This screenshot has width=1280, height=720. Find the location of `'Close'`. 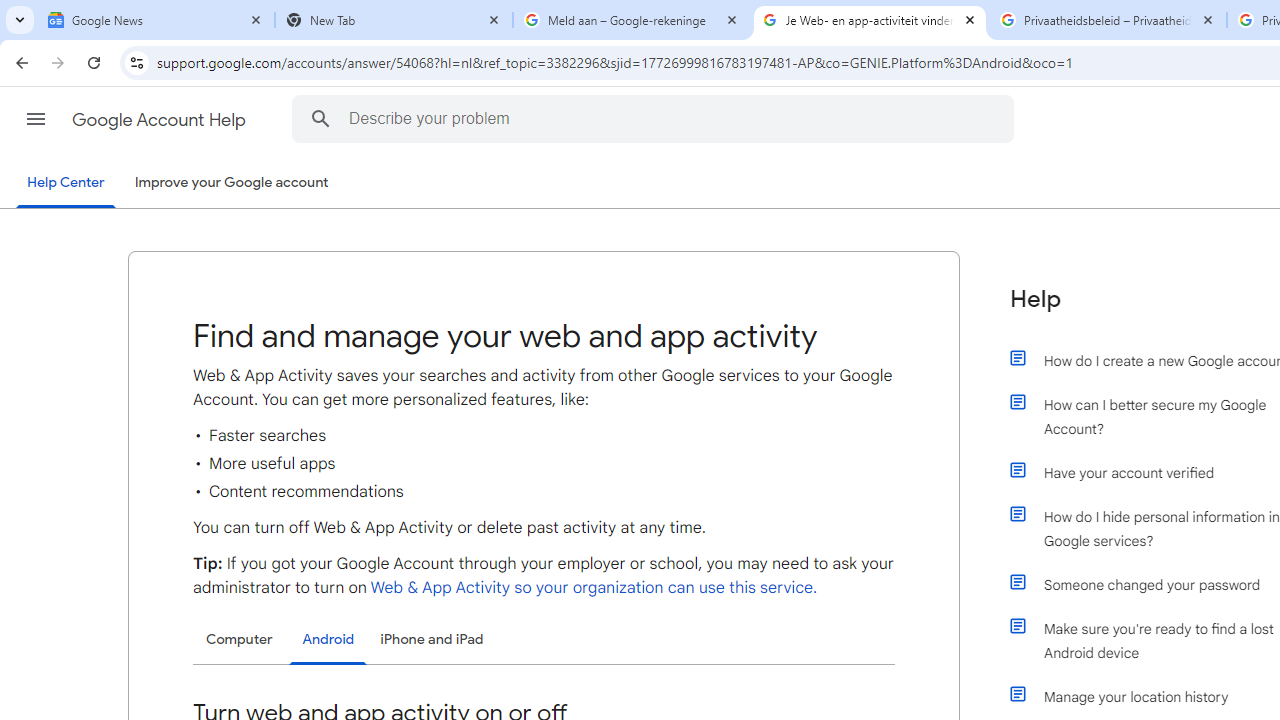

'Close' is located at coordinates (1207, 19).